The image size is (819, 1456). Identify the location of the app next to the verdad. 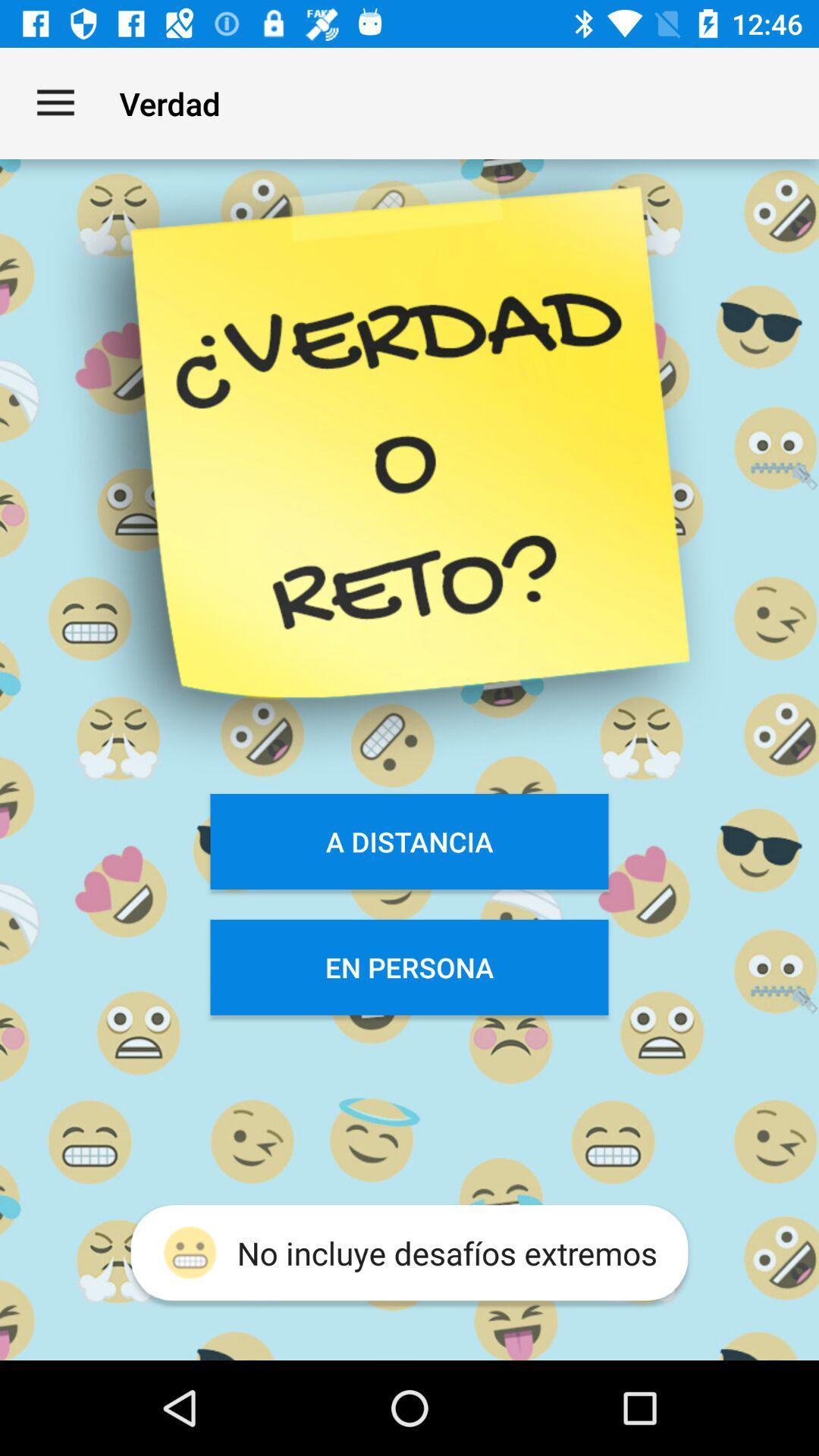
(55, 102).